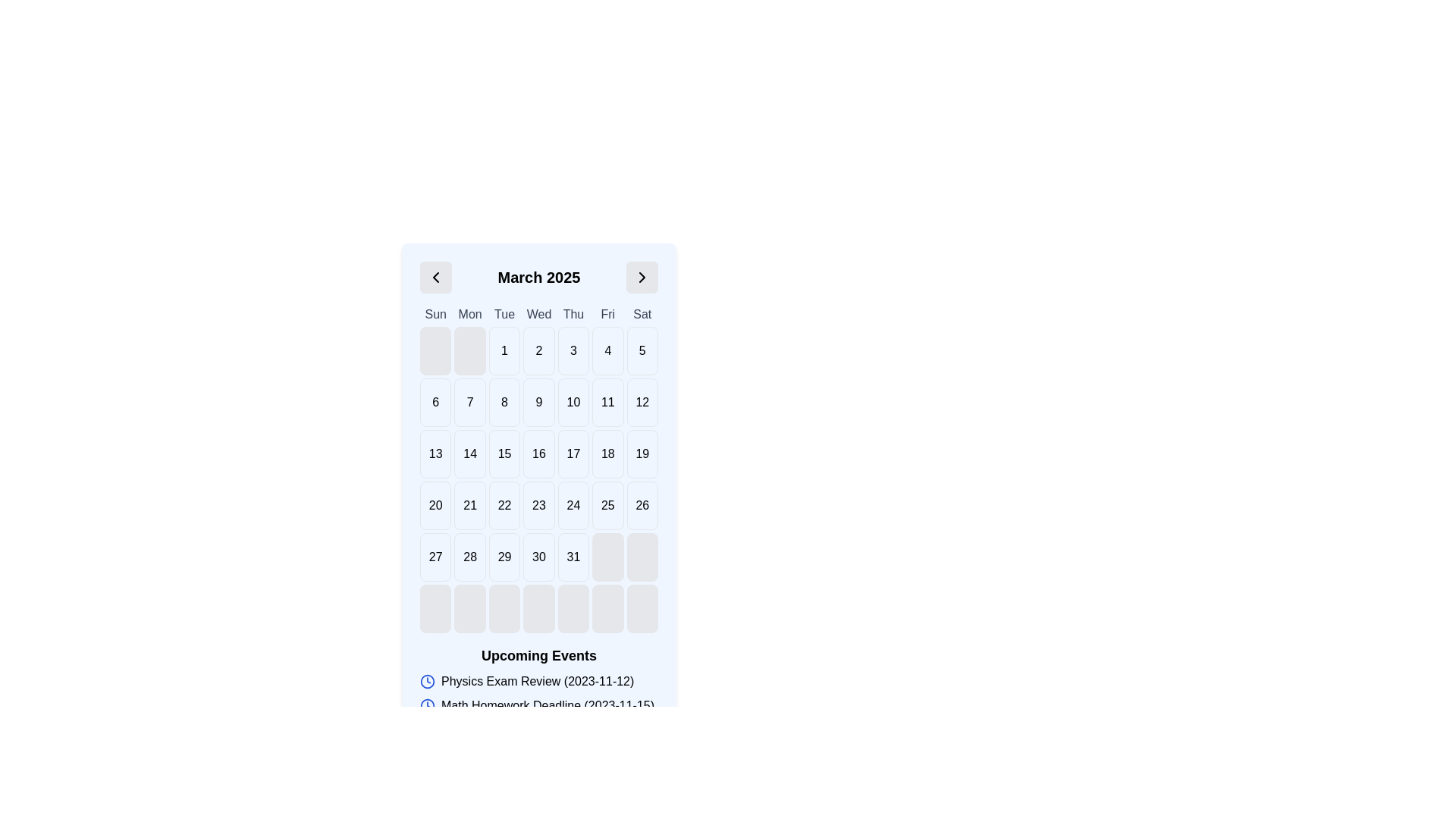  I want to click on the text label displaying 'Thu', which is the fifth item in a row of day names in the calendar interface, so click(573, 314).